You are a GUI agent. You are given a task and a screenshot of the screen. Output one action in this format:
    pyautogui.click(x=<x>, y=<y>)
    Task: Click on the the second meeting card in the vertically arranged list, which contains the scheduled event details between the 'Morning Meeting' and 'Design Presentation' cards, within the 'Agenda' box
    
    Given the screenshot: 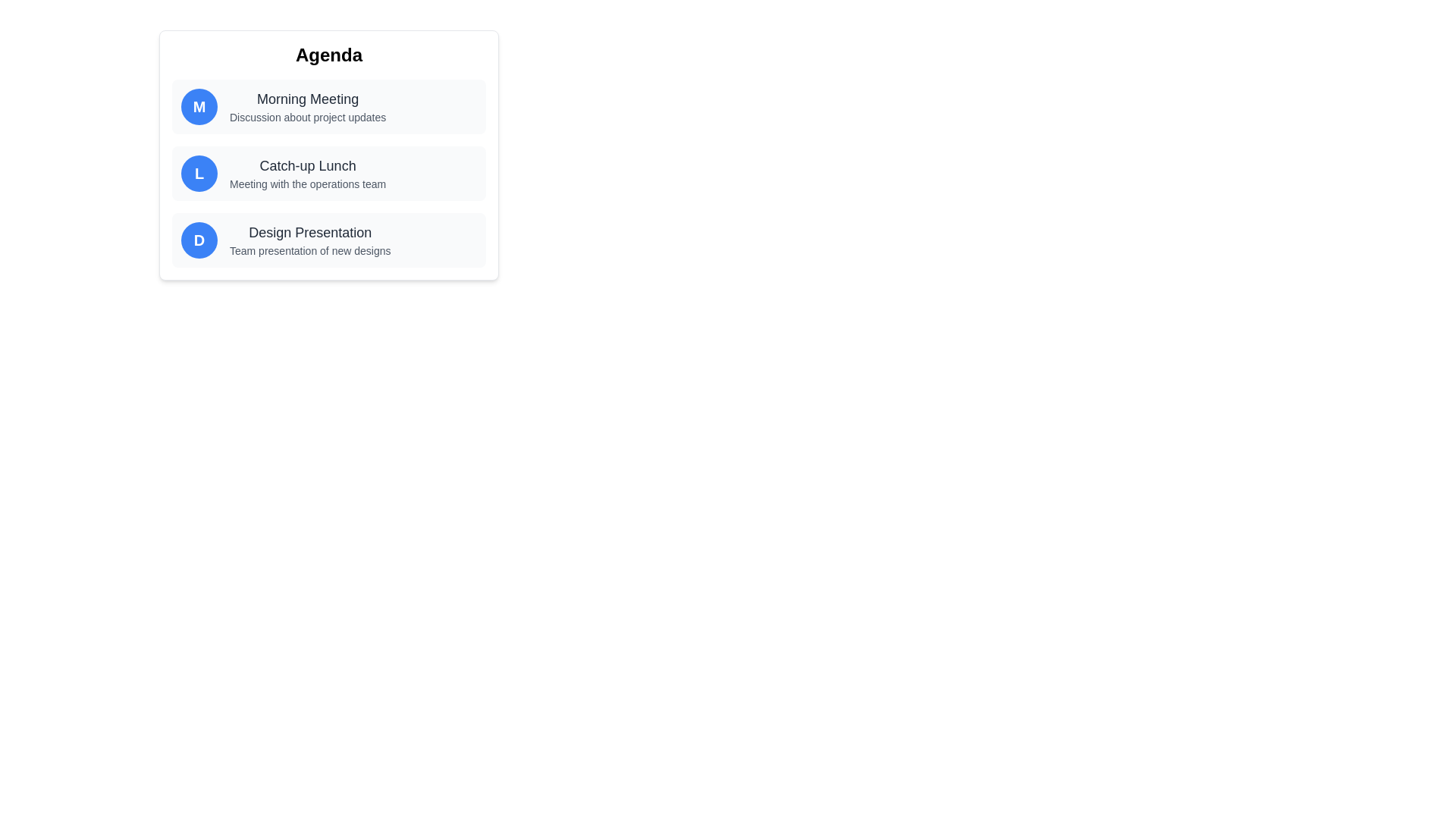 What is the action you would take?
    pyautogui.click(x=328, y=172)
    